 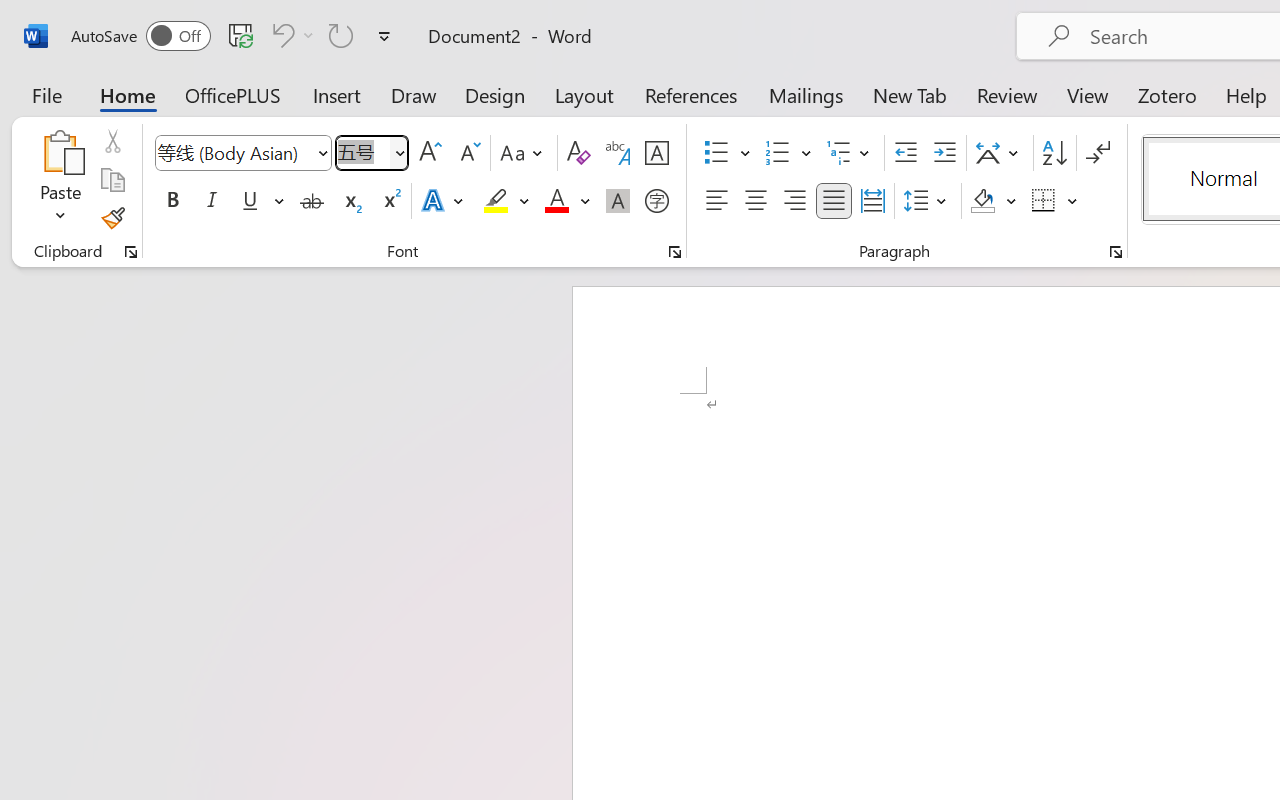 I want to click on 'Decrease Indent', so click(x=905, y=153).